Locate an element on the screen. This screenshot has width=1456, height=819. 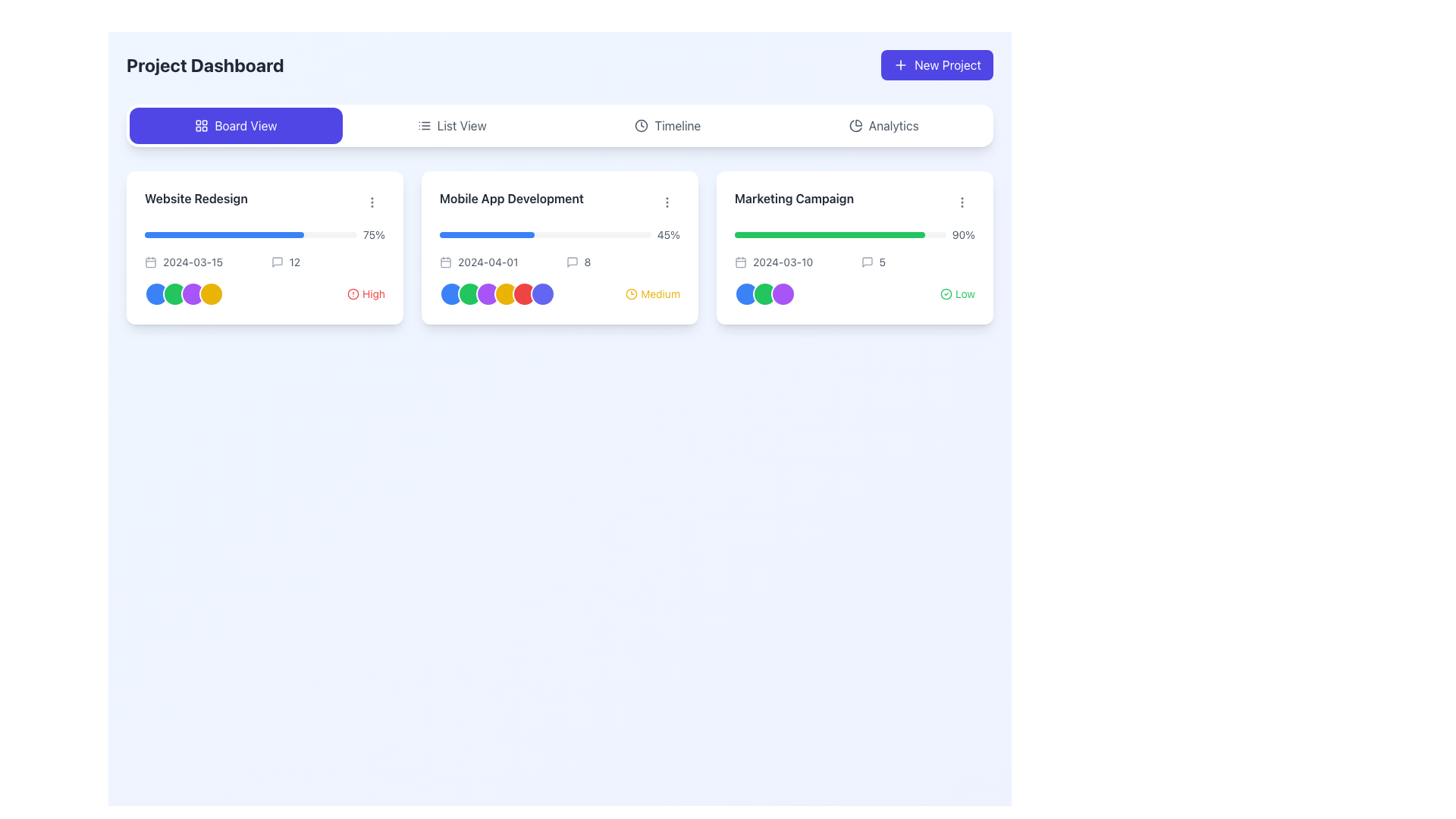
the individual circular icon in the 'Website Redesign' card, located in the lower-left section above the 'High' priority label is located at coordinates (184, 294).